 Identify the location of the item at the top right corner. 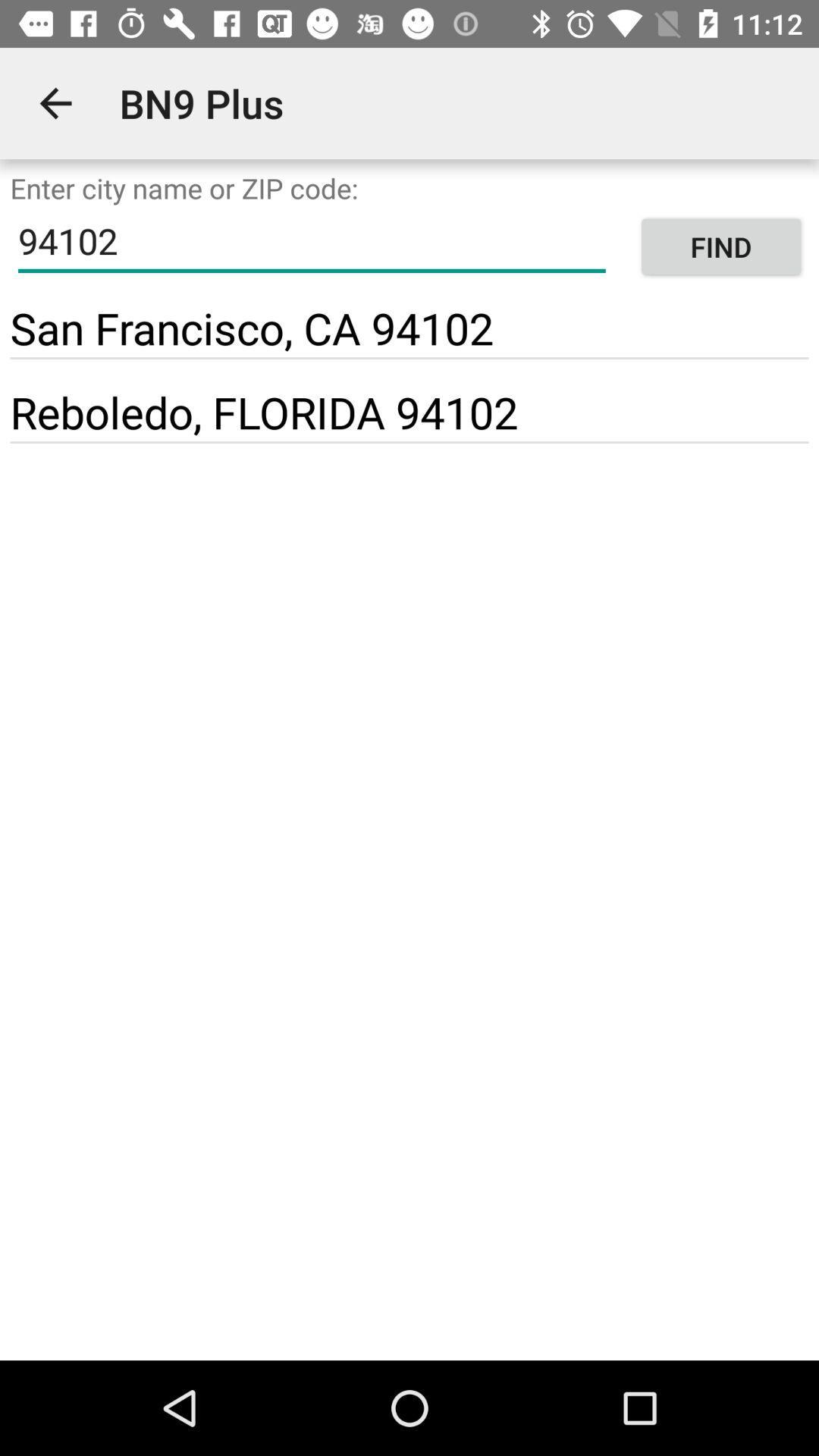
(720, 246).